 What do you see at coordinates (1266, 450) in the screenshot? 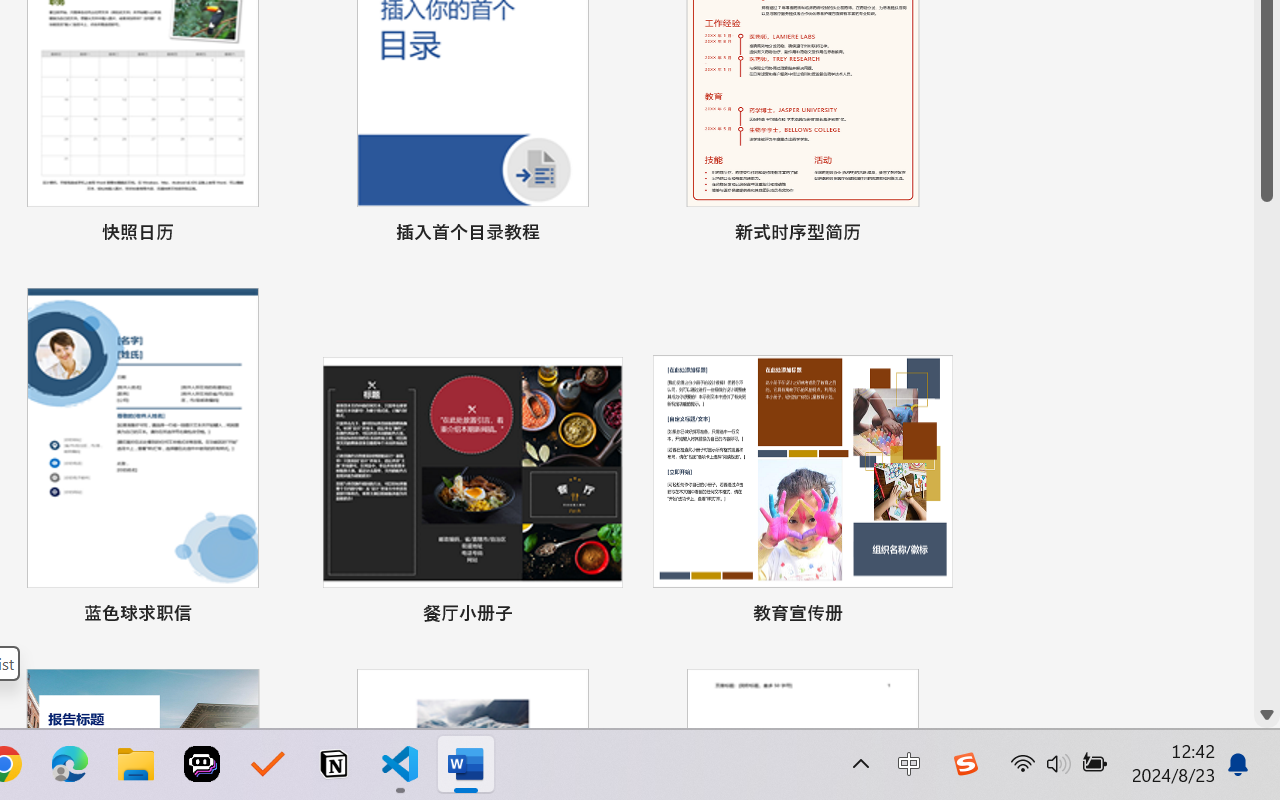
I see `'Page down'` at bounding box center [1266, 450].